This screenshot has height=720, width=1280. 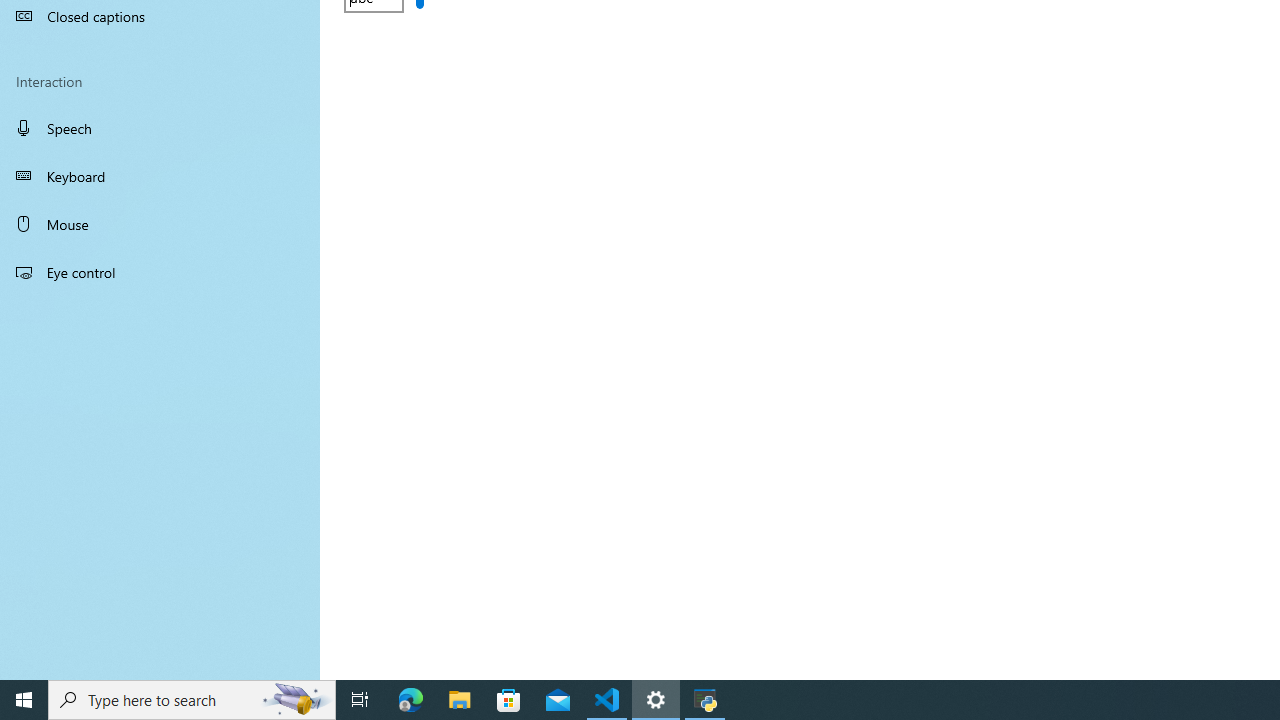 I want to click on 'Start', so click(x=24, y=698).